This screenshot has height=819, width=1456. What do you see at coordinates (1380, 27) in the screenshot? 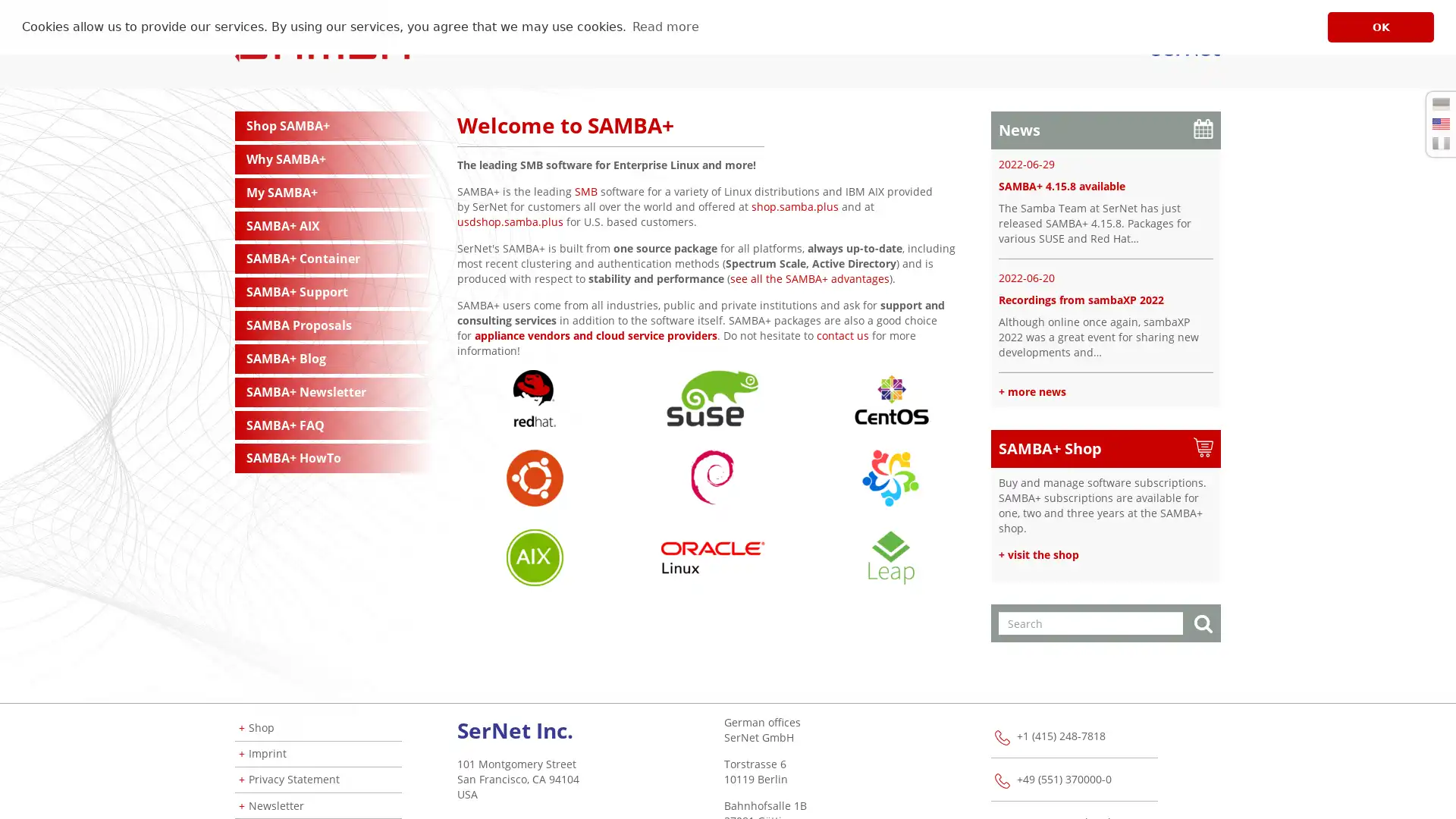
I see `dismiss cookie message` at bounding box center [1380, 27].